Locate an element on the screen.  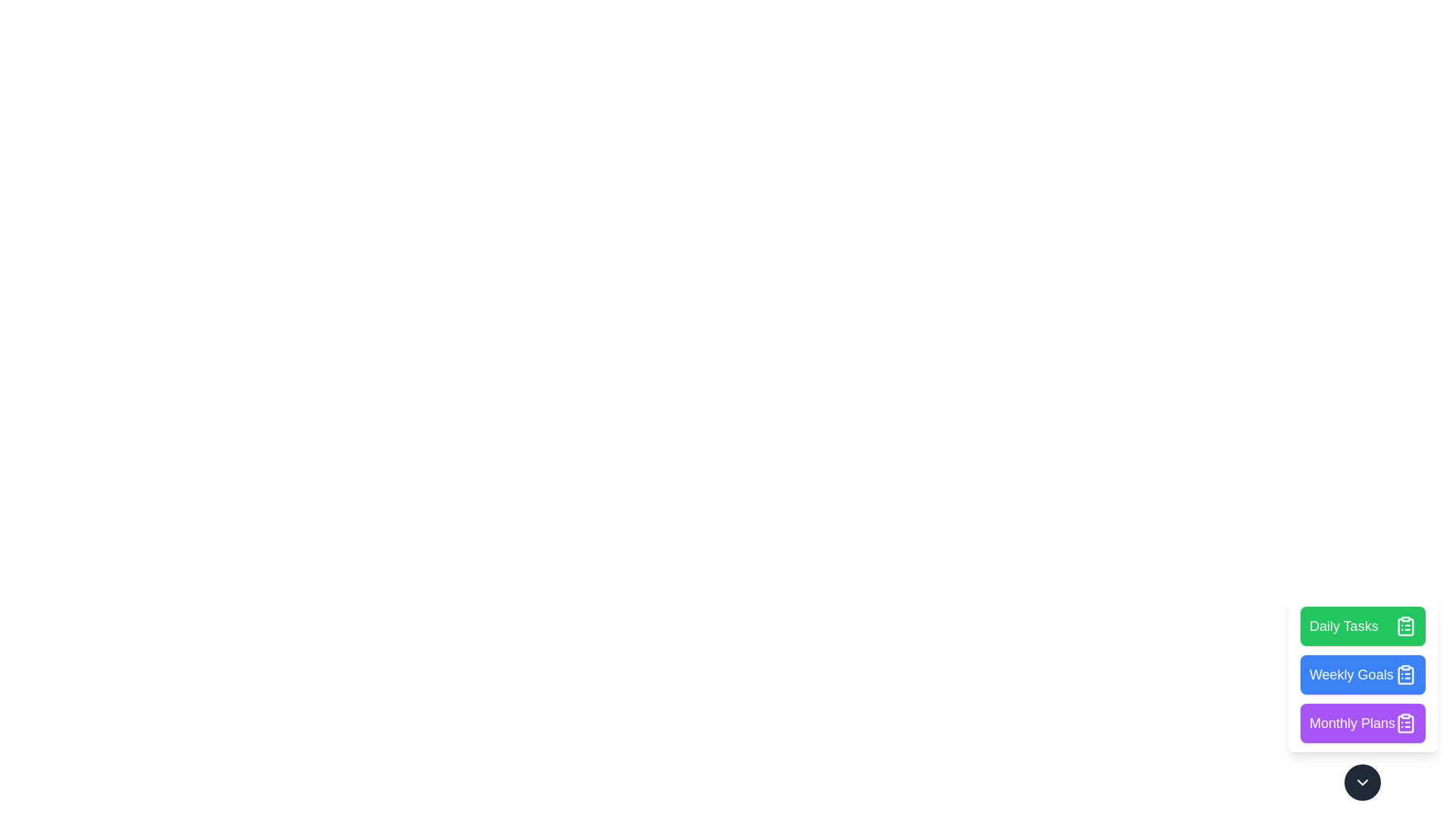
the 'Daily Tasks' button to execute its action is located at coordinates (1362, 626).